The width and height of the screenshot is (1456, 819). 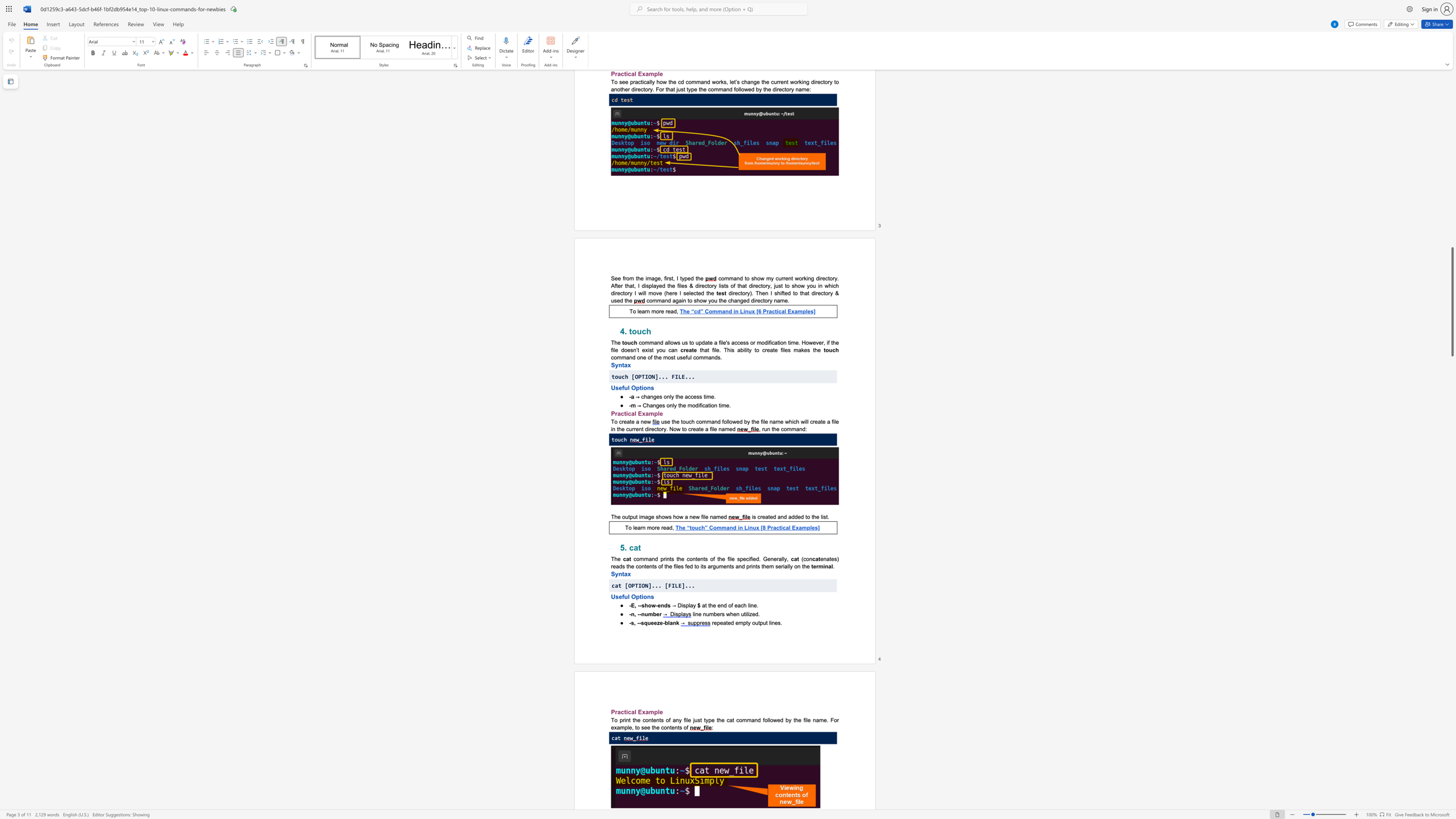 I want to click on the subset text "its" within the text "enates) reads the contents of the files fed to its arguments and prints them serially on the", so click(x=700, y=566).